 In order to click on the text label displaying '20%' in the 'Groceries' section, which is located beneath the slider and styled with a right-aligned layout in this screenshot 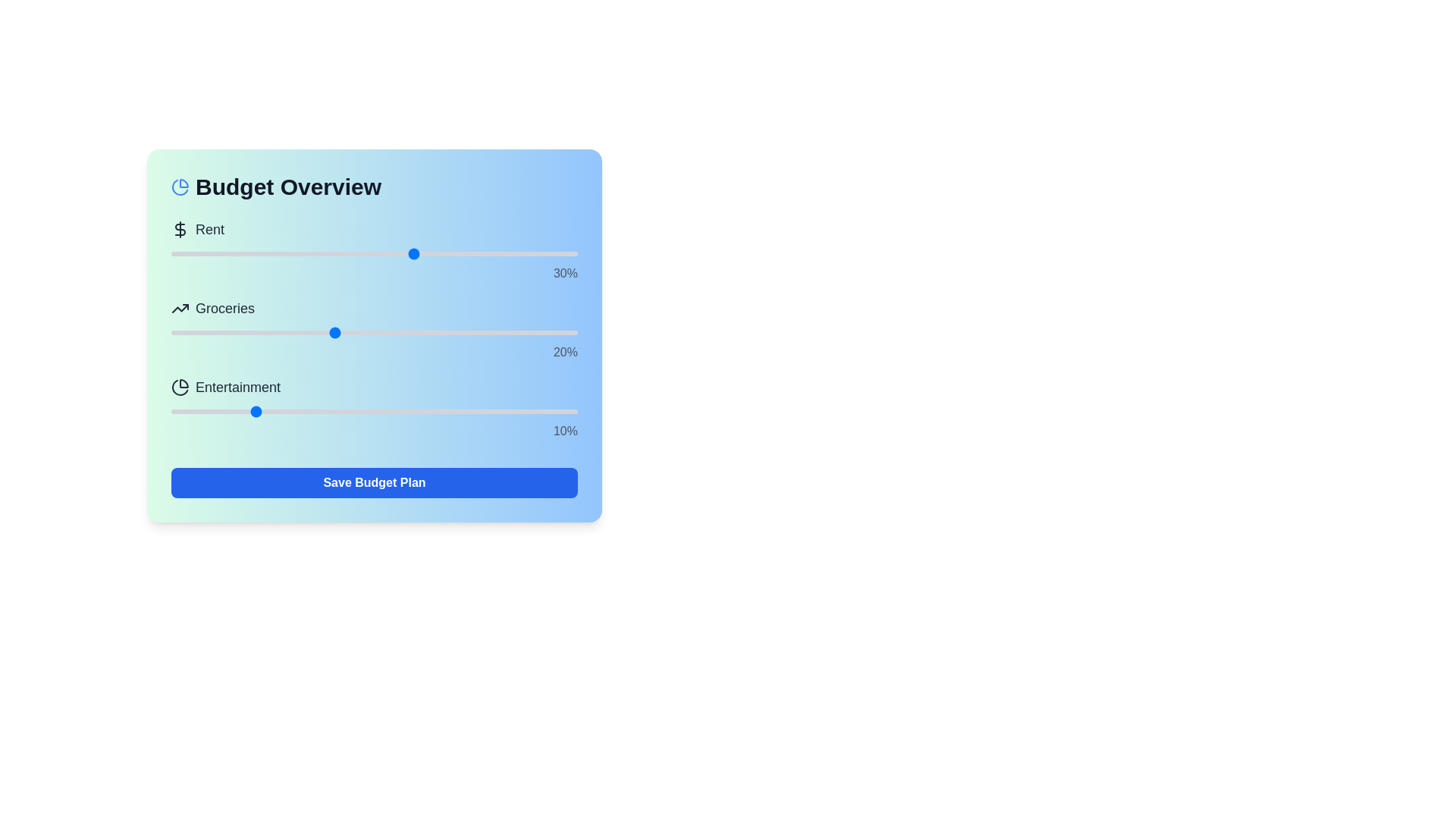, I will do `click(375, 353)`.